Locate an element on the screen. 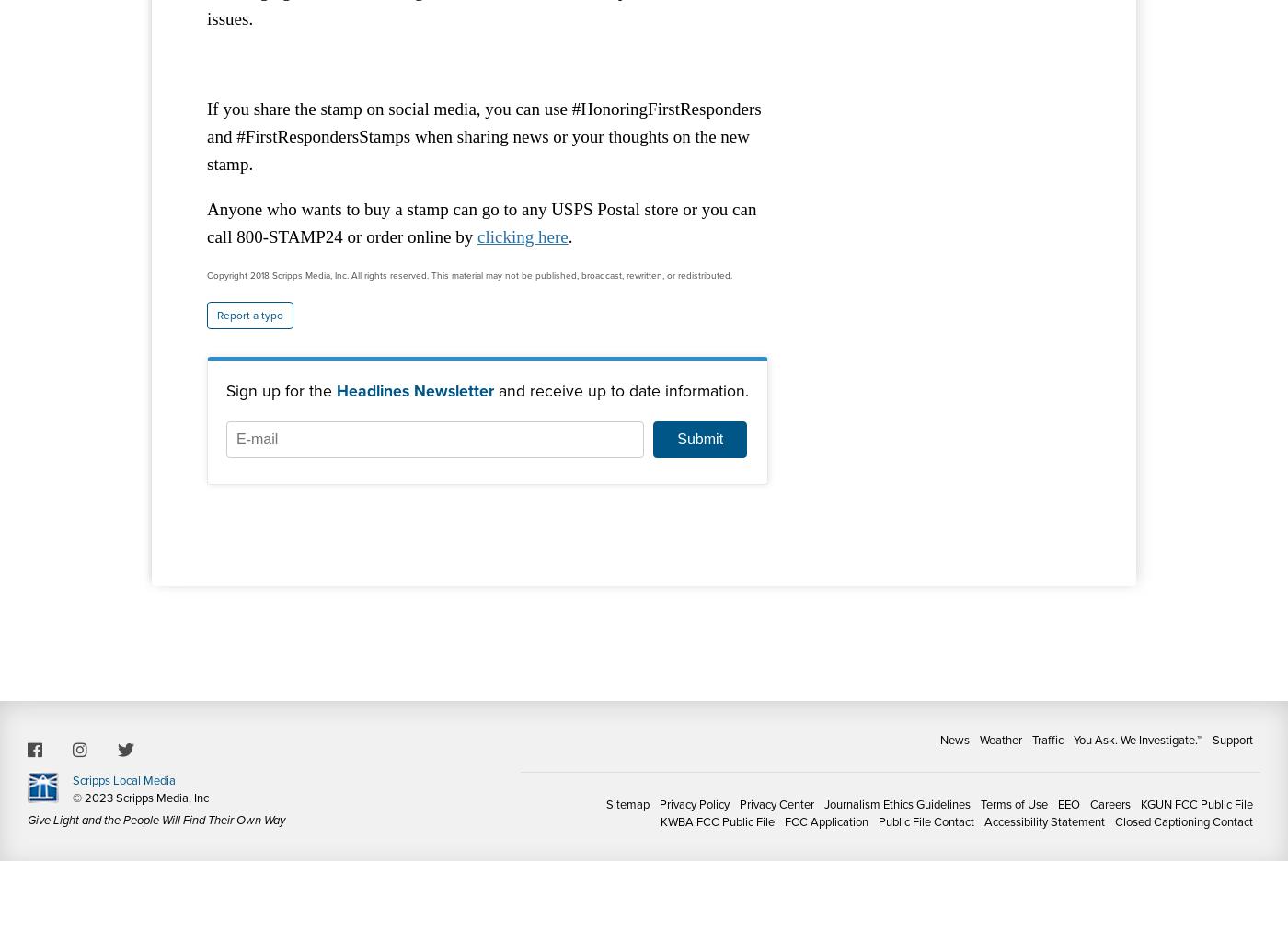 This screenshot has height=942, width=1288. 'You Ask. We Investigate.™' is located at coordinates (1138, 740).